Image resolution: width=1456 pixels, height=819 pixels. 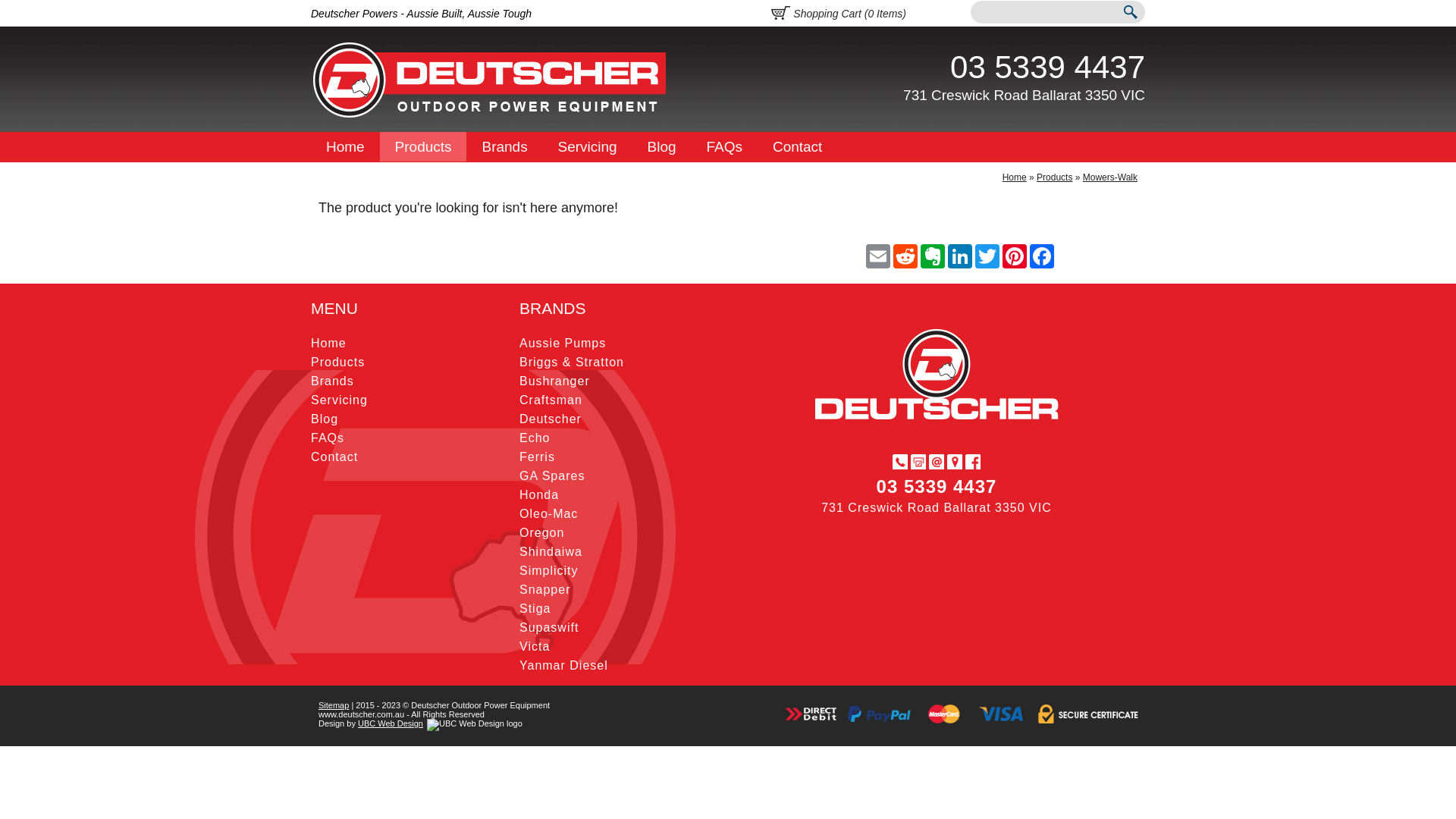 I want to click on 'Servicing', so click(x=338, y=399).